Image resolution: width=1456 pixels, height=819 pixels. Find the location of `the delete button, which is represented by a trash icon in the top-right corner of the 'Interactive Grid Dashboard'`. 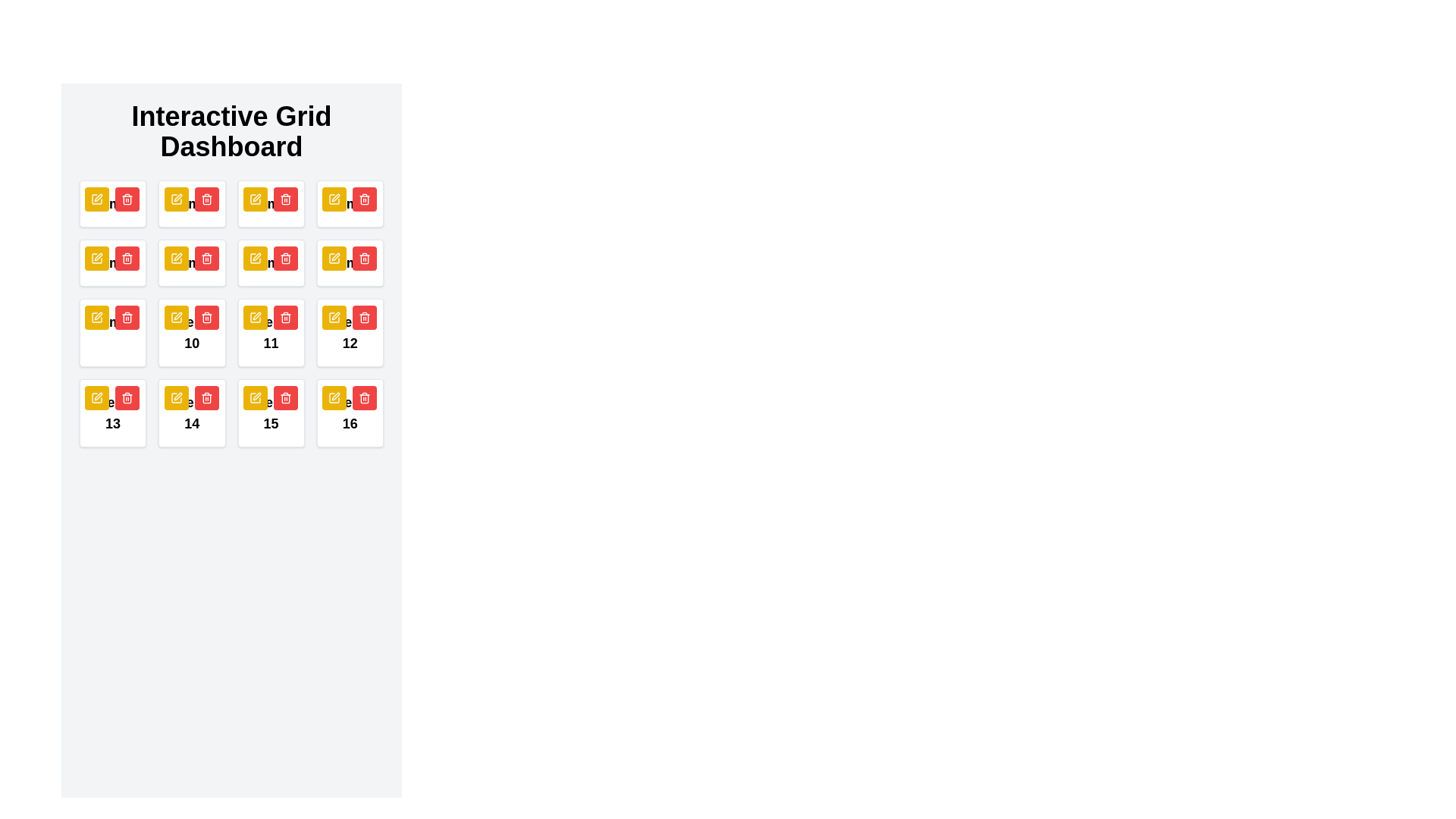

the delete button, which is represented by a trash icon in the top-right corner of the 'Interactive Grid Dashboard' is located at coordinates (206, 259).